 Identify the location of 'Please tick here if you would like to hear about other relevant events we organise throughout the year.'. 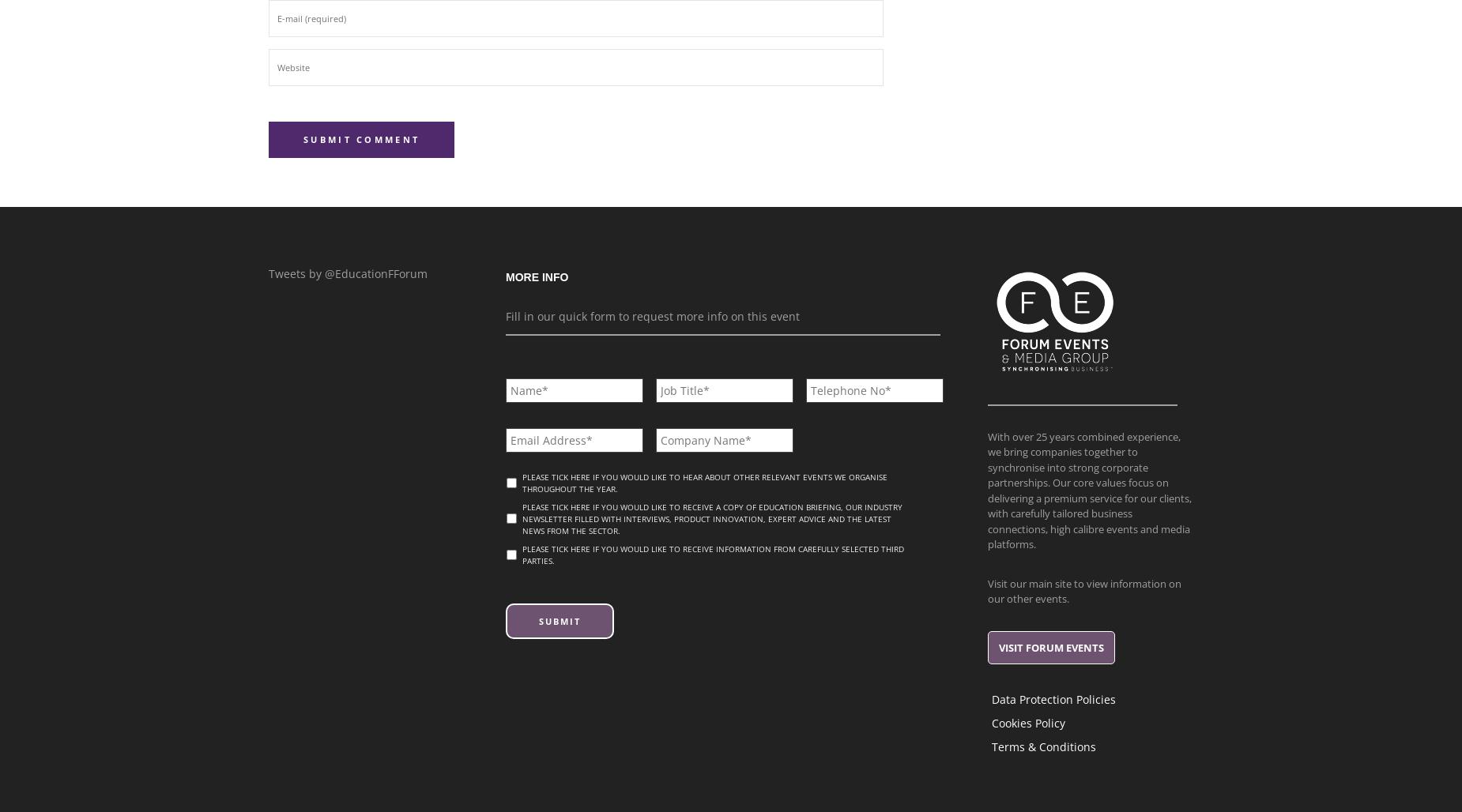
(705, 482).